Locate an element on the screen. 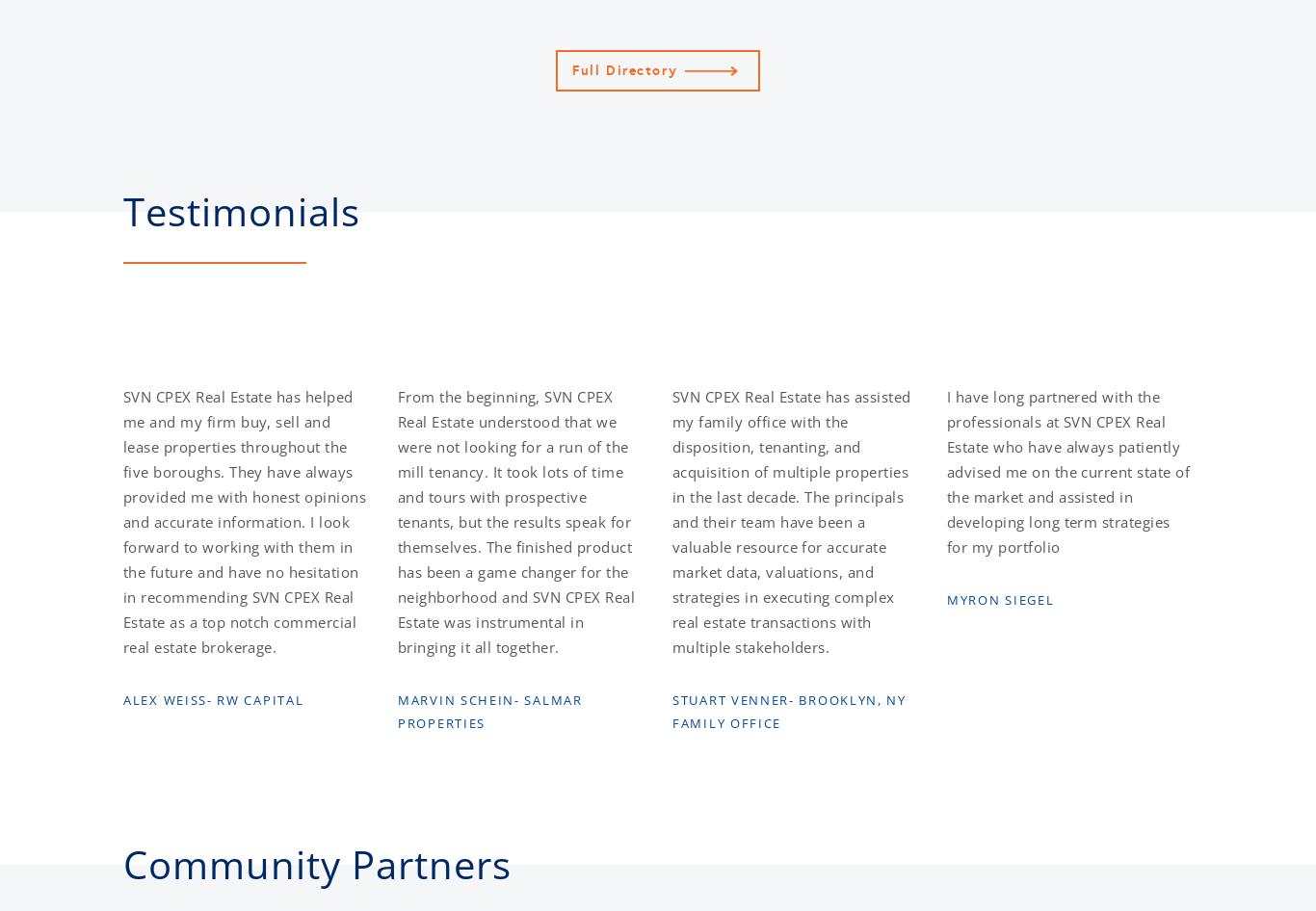 This screenshot has width=1316, height=911. 'Stuart Venner- Brooklyn, NY Family Office' is located at coordinates (788, 711).